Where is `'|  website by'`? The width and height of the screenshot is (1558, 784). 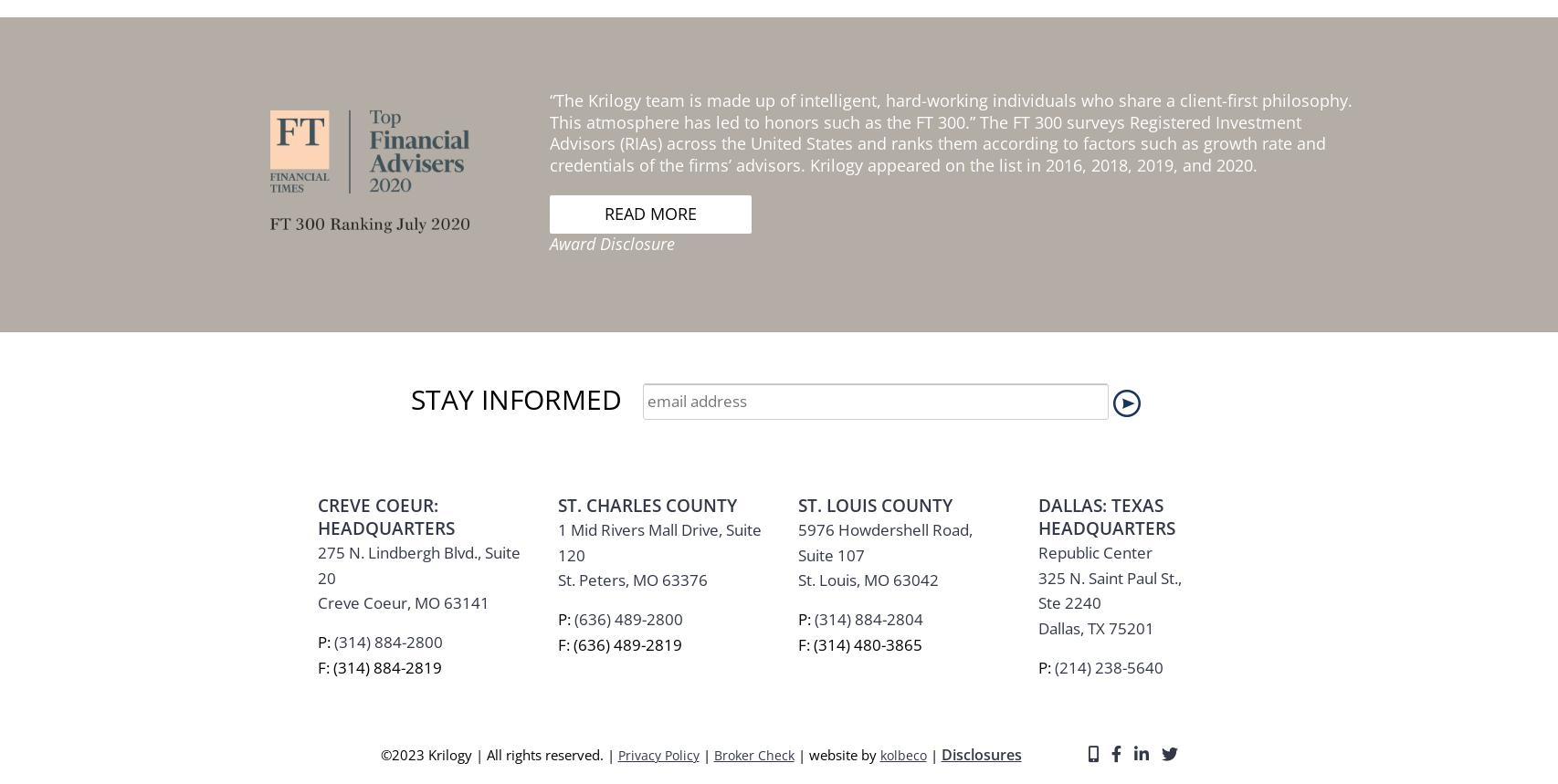 '|  website by' is located at coordinates (836, 273).